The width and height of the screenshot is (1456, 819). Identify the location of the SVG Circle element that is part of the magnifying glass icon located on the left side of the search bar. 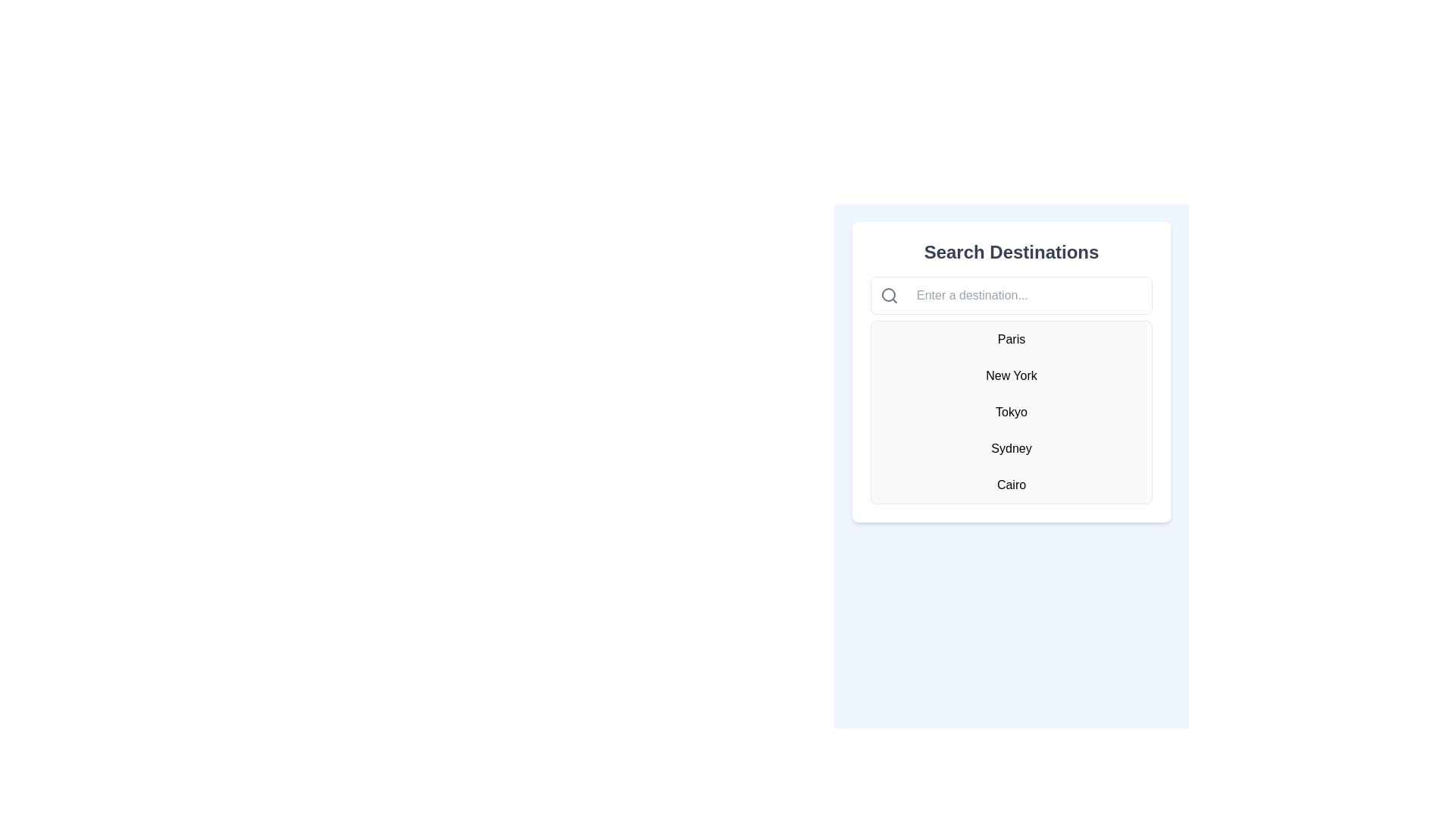
(888, 295).